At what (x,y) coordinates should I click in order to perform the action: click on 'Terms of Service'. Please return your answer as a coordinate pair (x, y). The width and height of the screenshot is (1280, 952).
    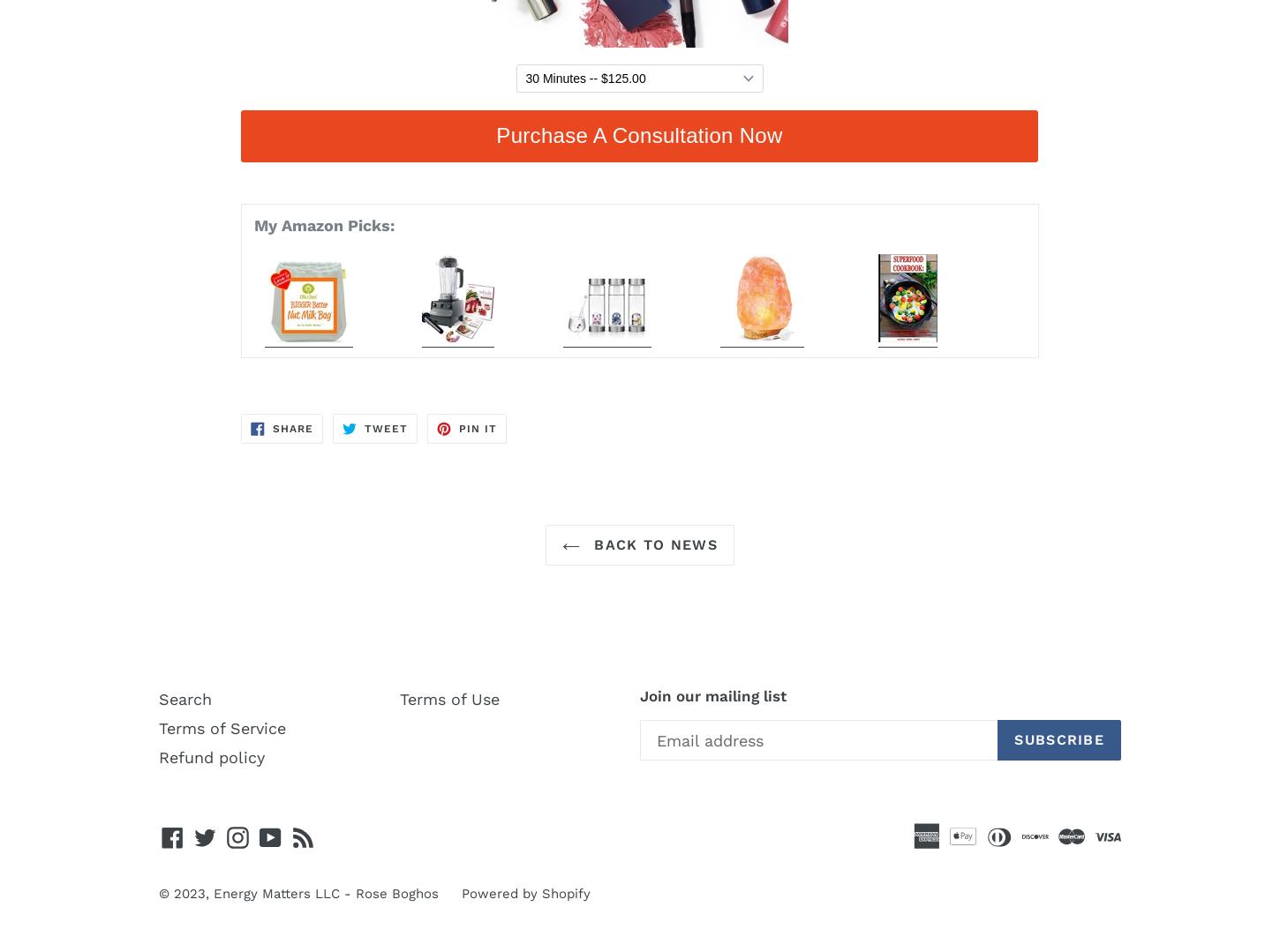
    Looking at the image, I should click on (222, 726).